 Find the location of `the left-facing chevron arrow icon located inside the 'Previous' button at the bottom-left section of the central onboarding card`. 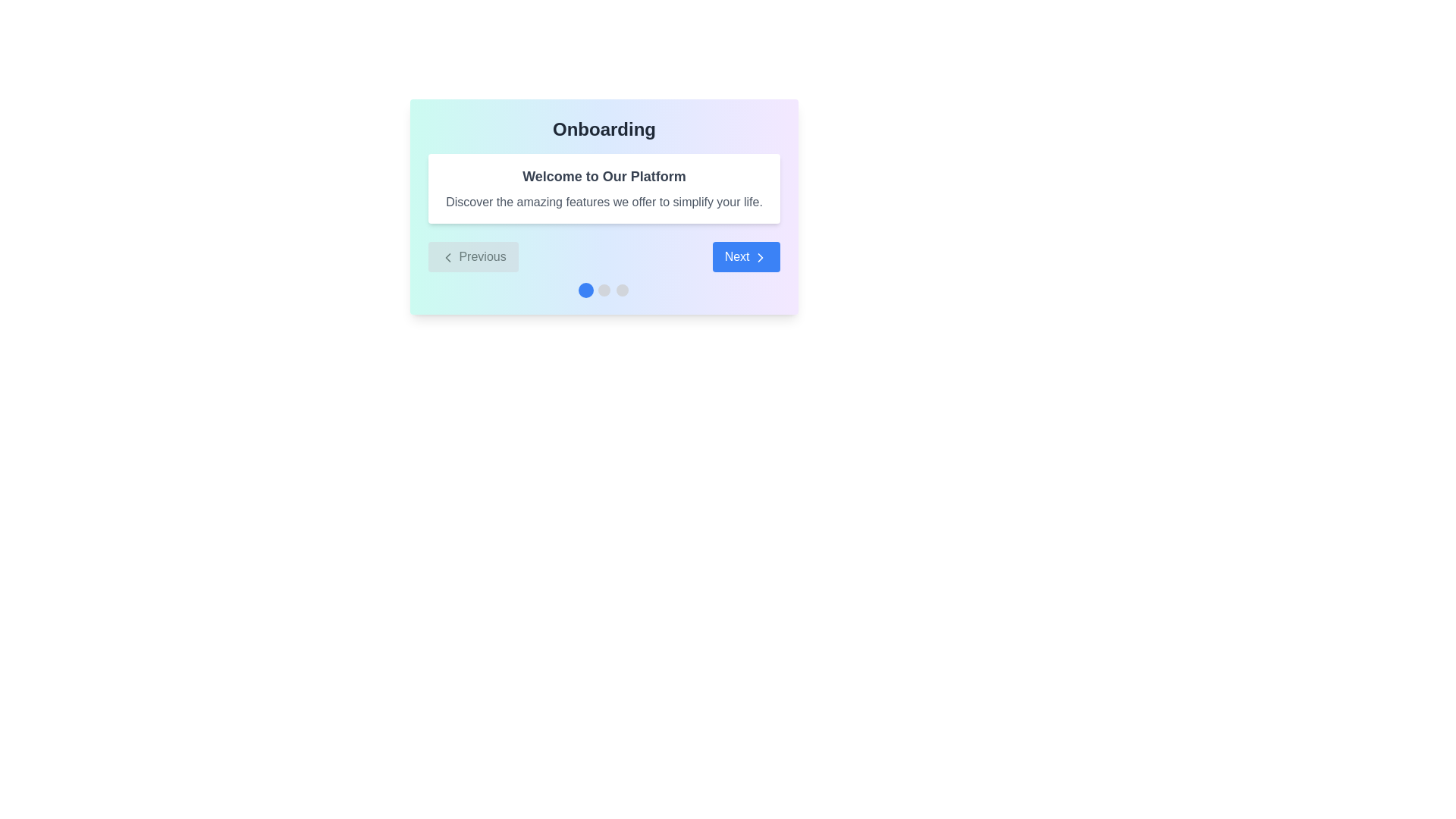

the left-facing chevron arrow icon located inside the 'Previous' button at the bottom-left section of the central onboarding card is located at coordinates (447, 256).